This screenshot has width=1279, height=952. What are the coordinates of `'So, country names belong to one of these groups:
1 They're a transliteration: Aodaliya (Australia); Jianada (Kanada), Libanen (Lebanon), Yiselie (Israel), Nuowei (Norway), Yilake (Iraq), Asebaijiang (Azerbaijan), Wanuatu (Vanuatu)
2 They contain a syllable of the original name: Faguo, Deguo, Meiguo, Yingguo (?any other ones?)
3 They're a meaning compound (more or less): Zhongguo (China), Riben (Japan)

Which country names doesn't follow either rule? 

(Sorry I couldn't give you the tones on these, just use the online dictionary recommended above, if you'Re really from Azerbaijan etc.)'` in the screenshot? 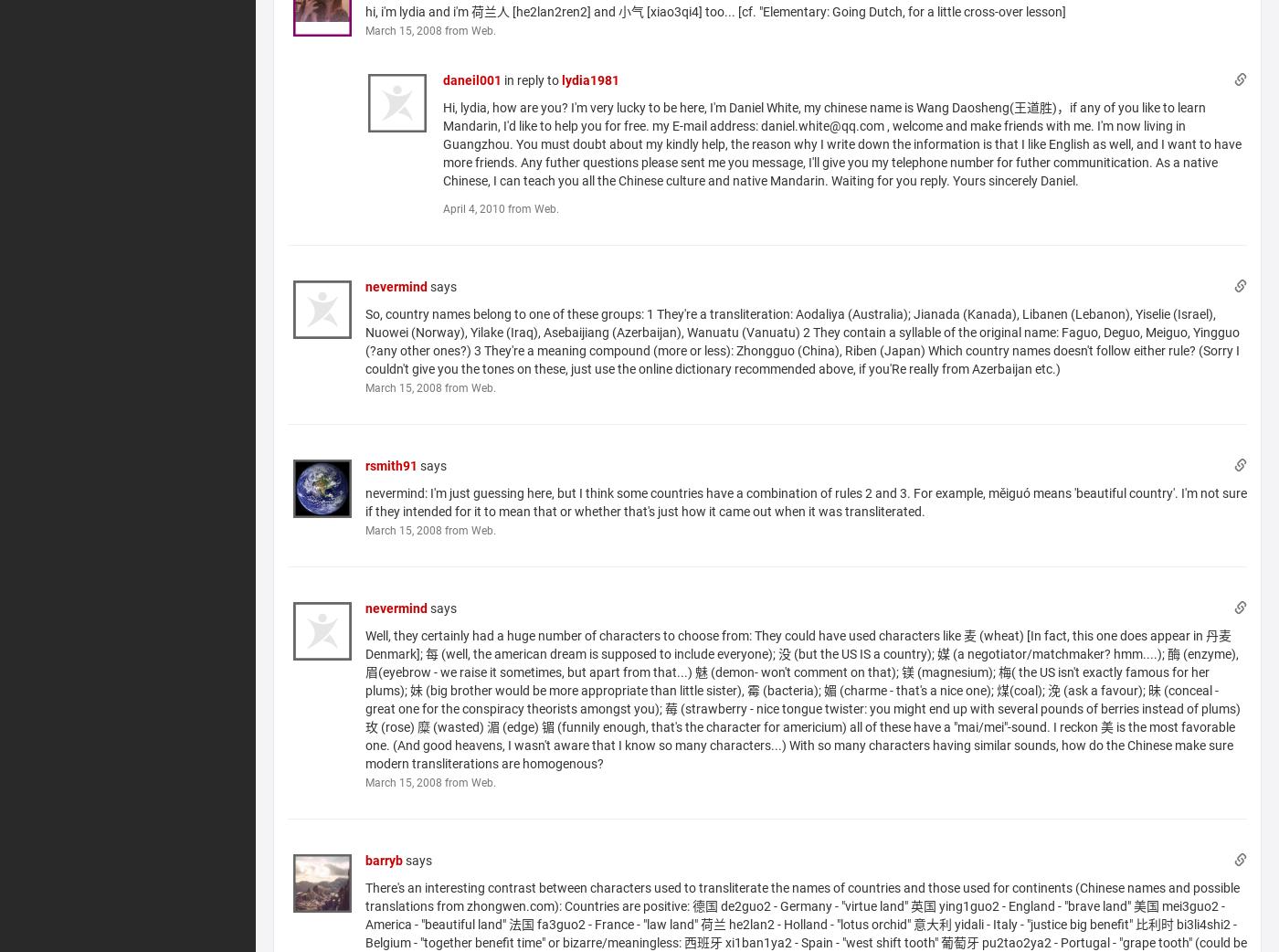 It's located at (802, 340).